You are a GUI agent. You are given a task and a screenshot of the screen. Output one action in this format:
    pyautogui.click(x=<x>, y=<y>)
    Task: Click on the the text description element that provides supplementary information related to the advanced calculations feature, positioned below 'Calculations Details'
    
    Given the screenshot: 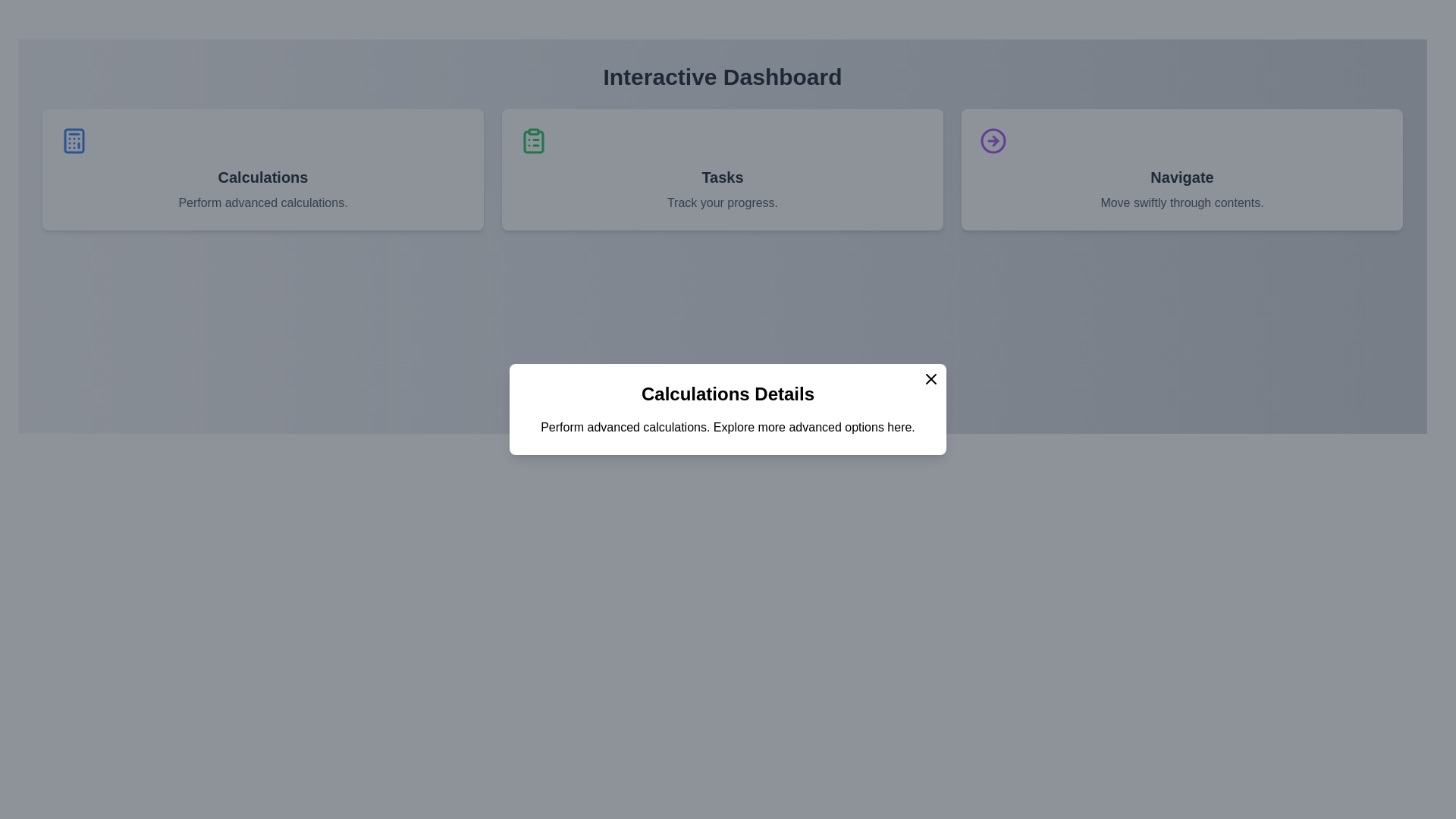 What is the action you would take?
    pyautogui.click(x=728, y=427)
    